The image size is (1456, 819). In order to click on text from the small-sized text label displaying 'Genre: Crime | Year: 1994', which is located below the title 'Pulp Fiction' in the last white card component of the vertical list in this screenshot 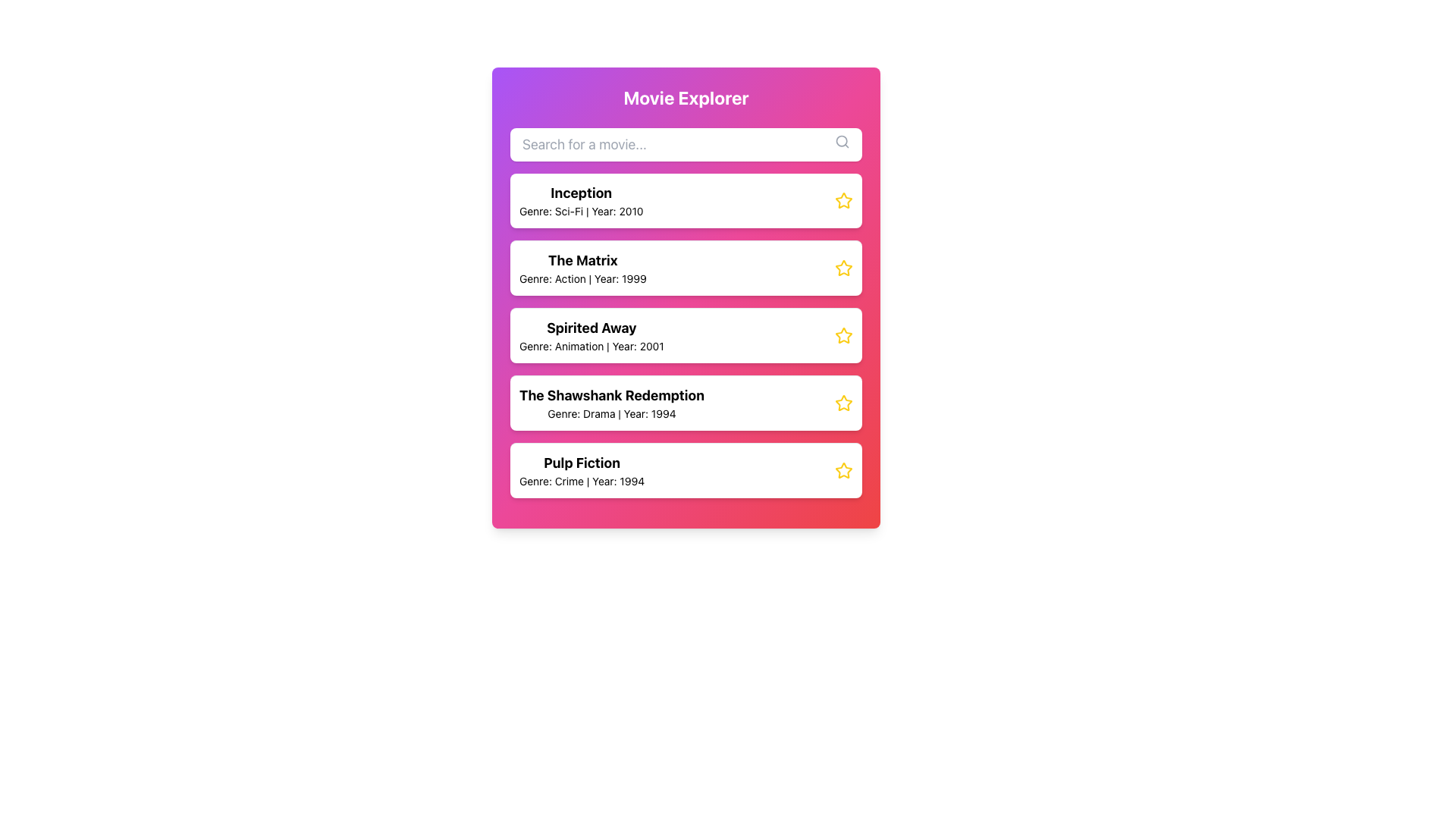, I will do `click(581, 482)`.